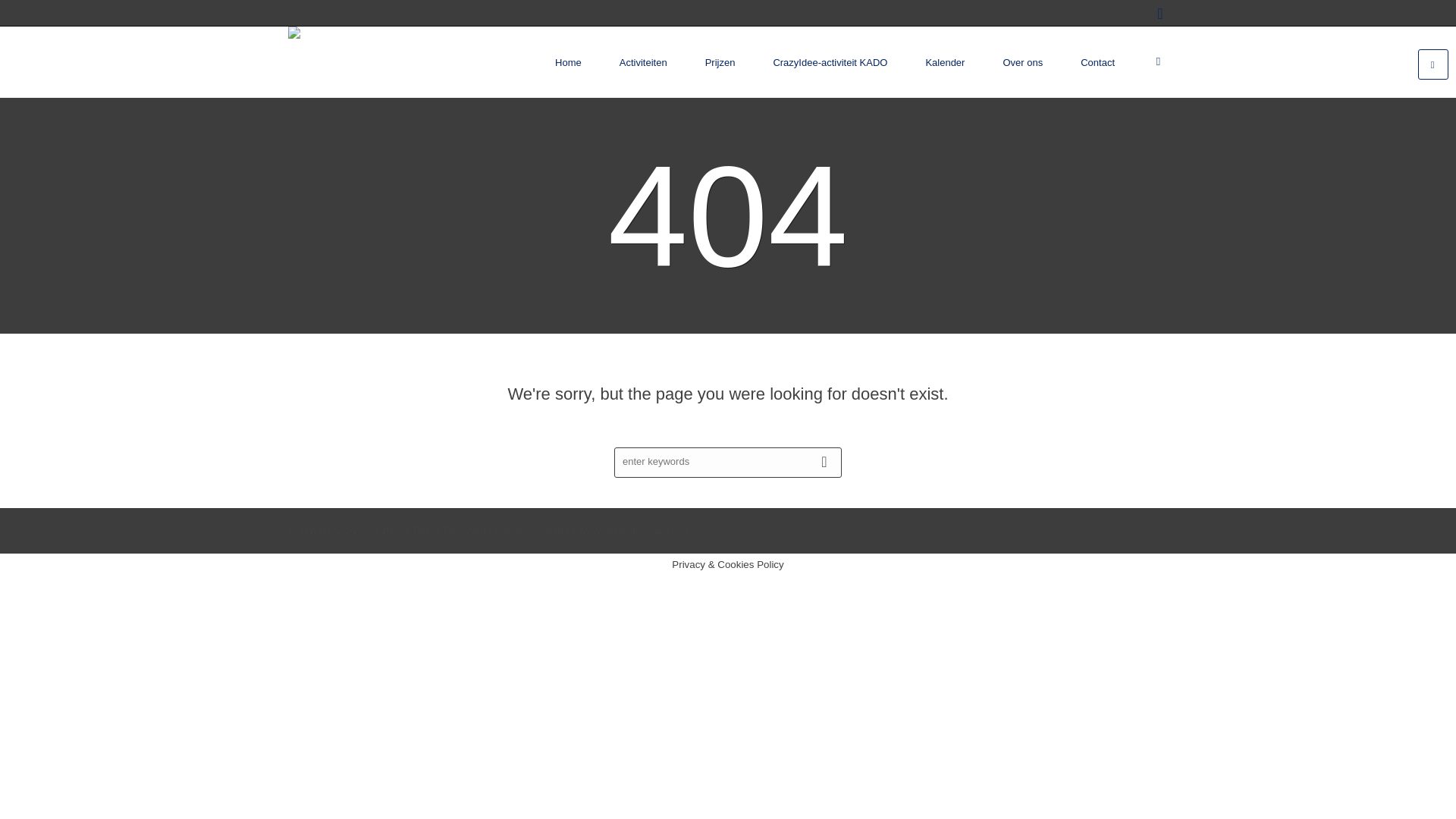 The width and height of the screenshot is (1456, 819). What do you see at coordinates (1022, 61) in the screenshot?
I see `'Over ons'` at bounding box center [1022, 61].